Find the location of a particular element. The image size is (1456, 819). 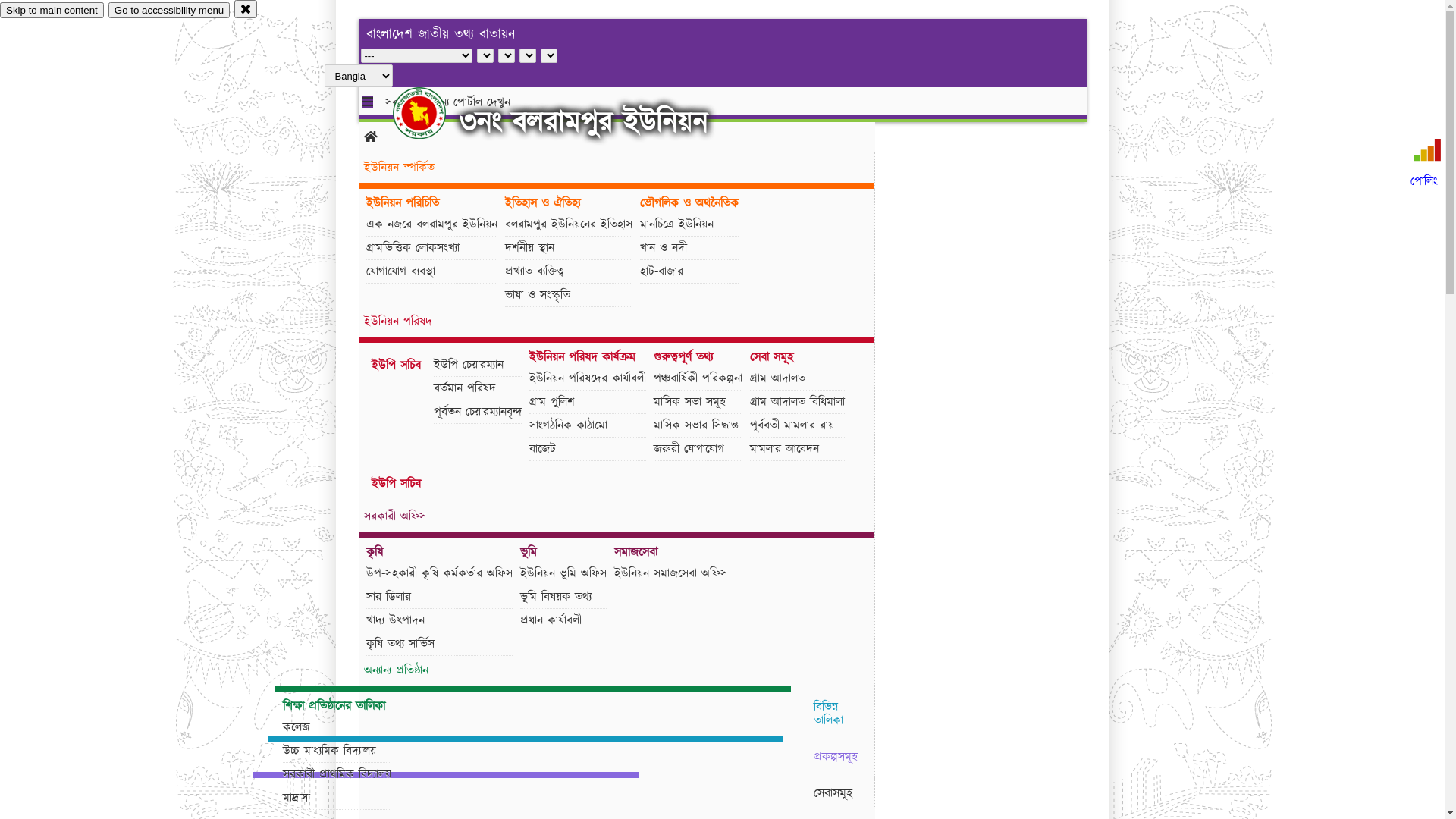

'close' is located at coordinates (246, 8).